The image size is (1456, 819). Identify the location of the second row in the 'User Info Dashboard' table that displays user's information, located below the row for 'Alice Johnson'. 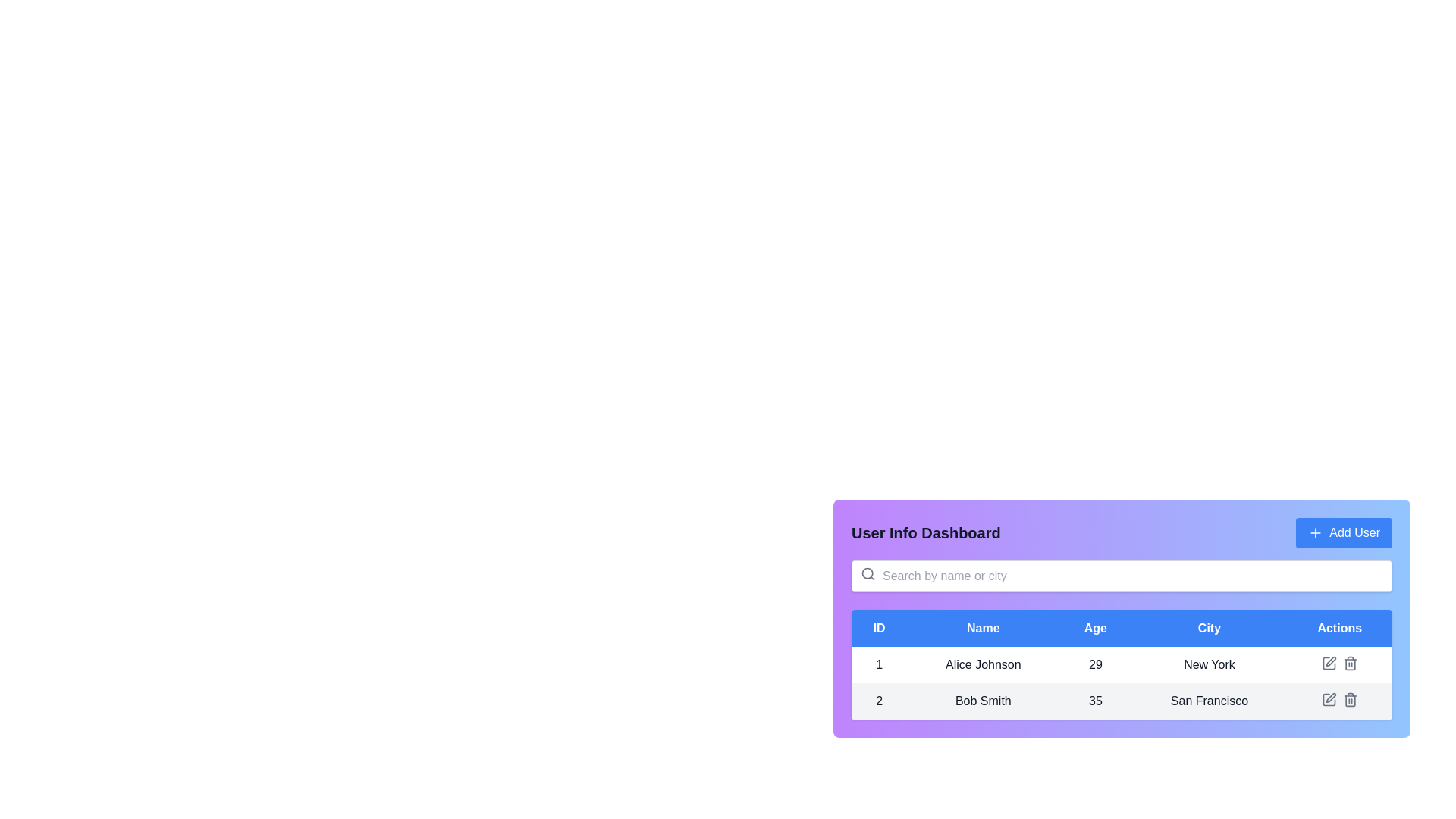
(1122, 701).